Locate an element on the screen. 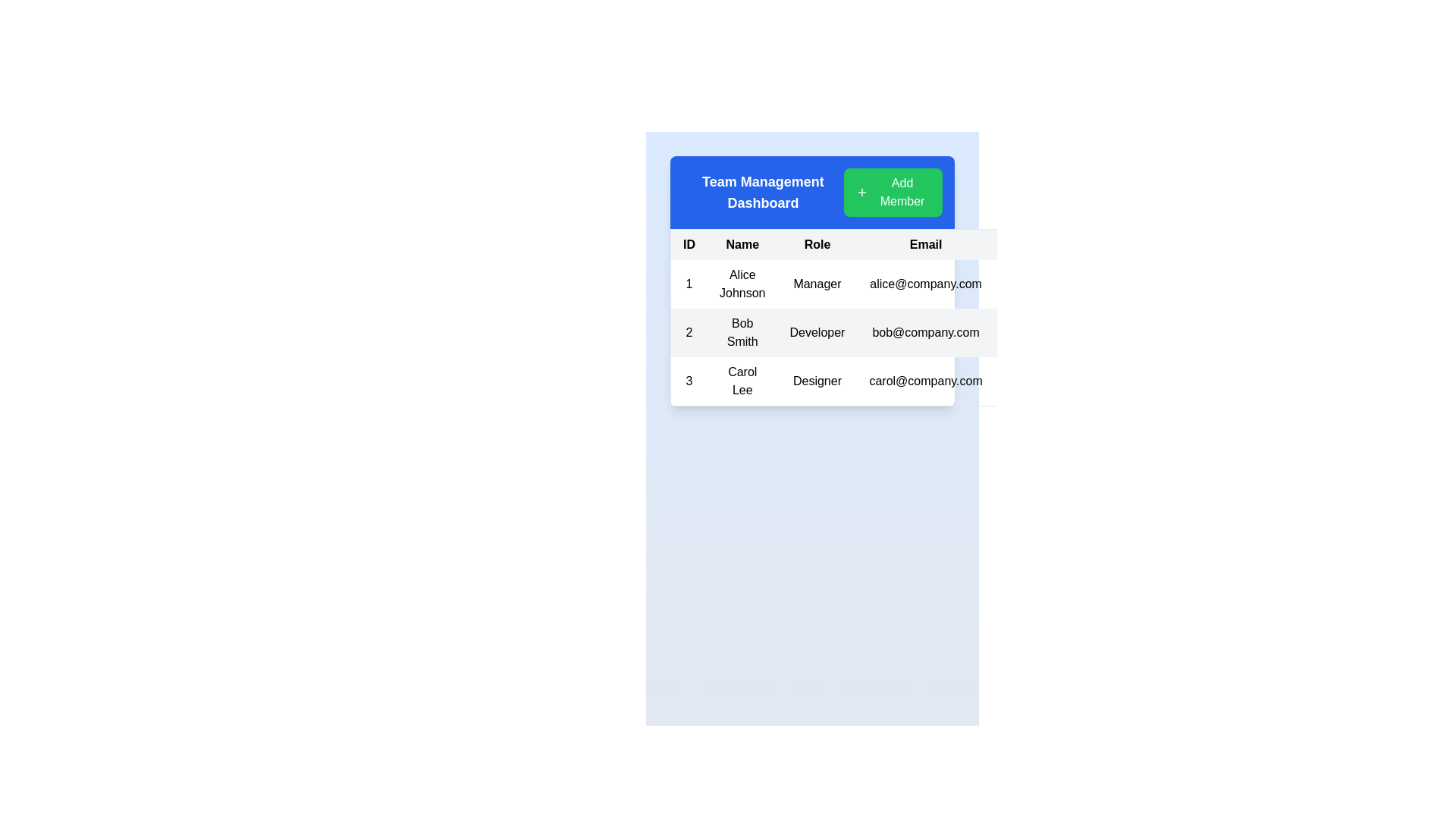 Image resolution: width=1456 pixels, height=819 pixels. the static text element representing the name 'Alice Johnson' in the second column of the first row of the data table is located at coordinates (742, 284).